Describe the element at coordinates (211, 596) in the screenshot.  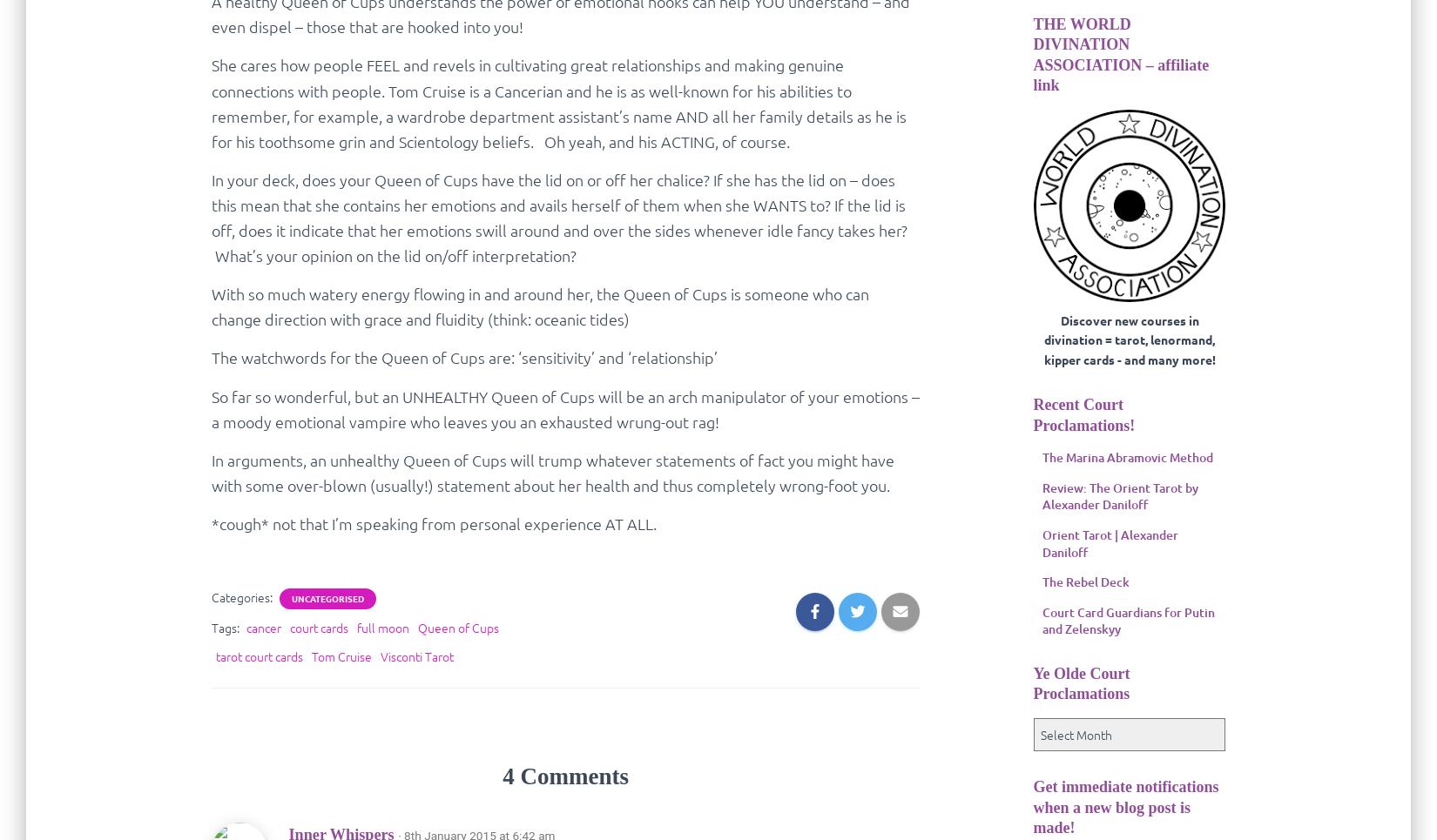
I see `'Categories:'` at that location.